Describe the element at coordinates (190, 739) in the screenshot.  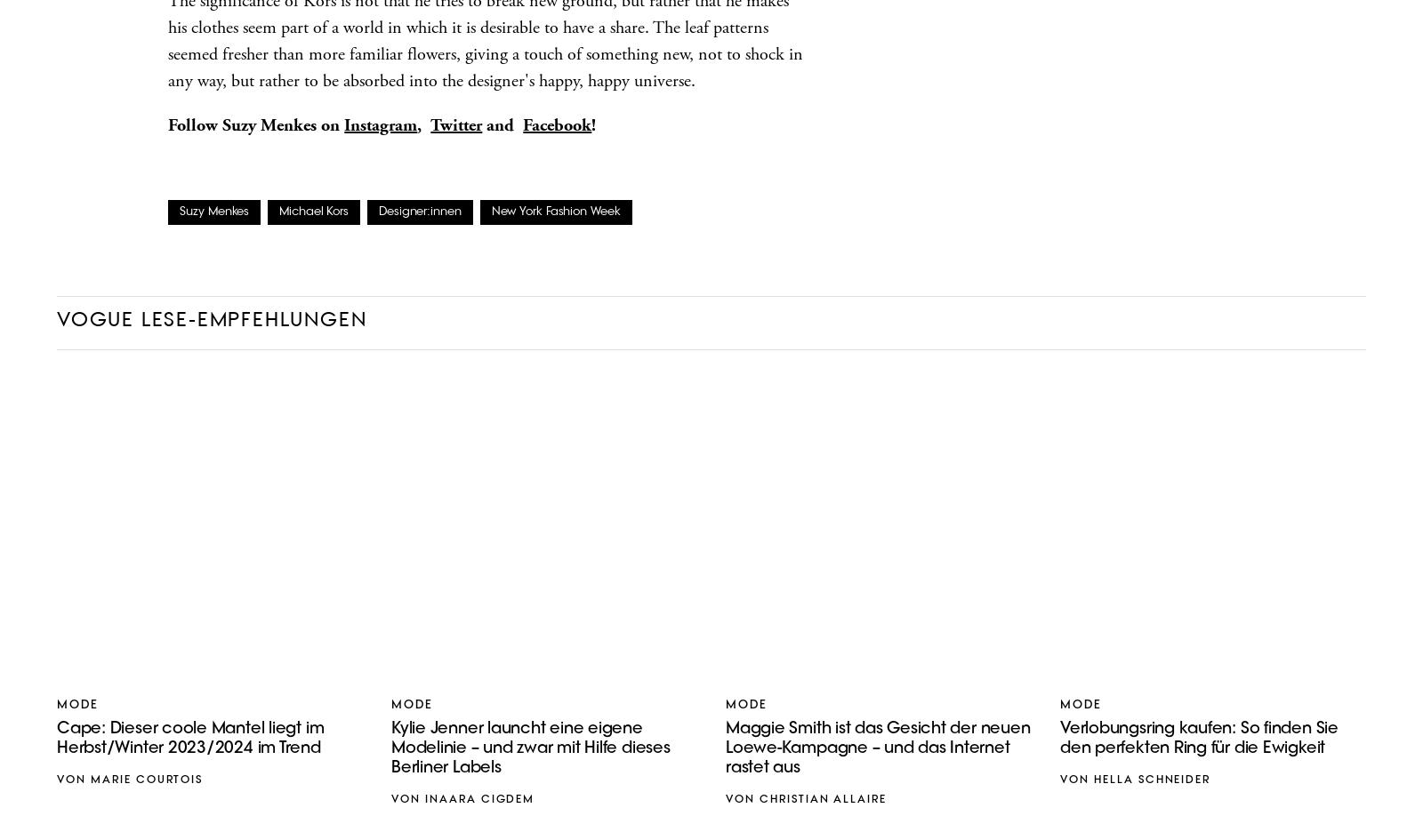
I see `'Cape: Dieser coole Mantel liegt im Herbst/Winter 2023/2024 im Trend'` at that location.